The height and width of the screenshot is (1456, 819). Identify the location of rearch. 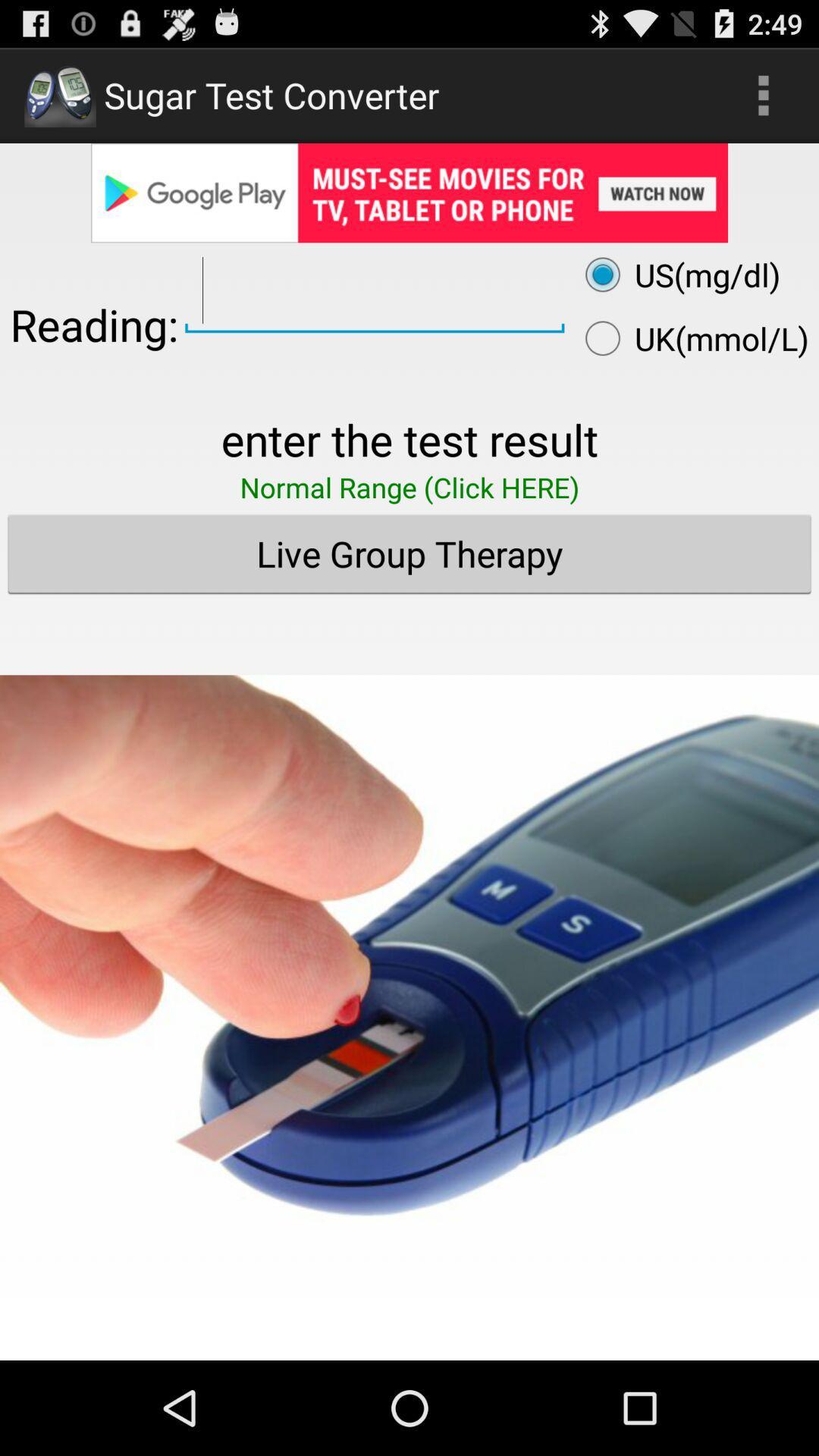
(375, 291).